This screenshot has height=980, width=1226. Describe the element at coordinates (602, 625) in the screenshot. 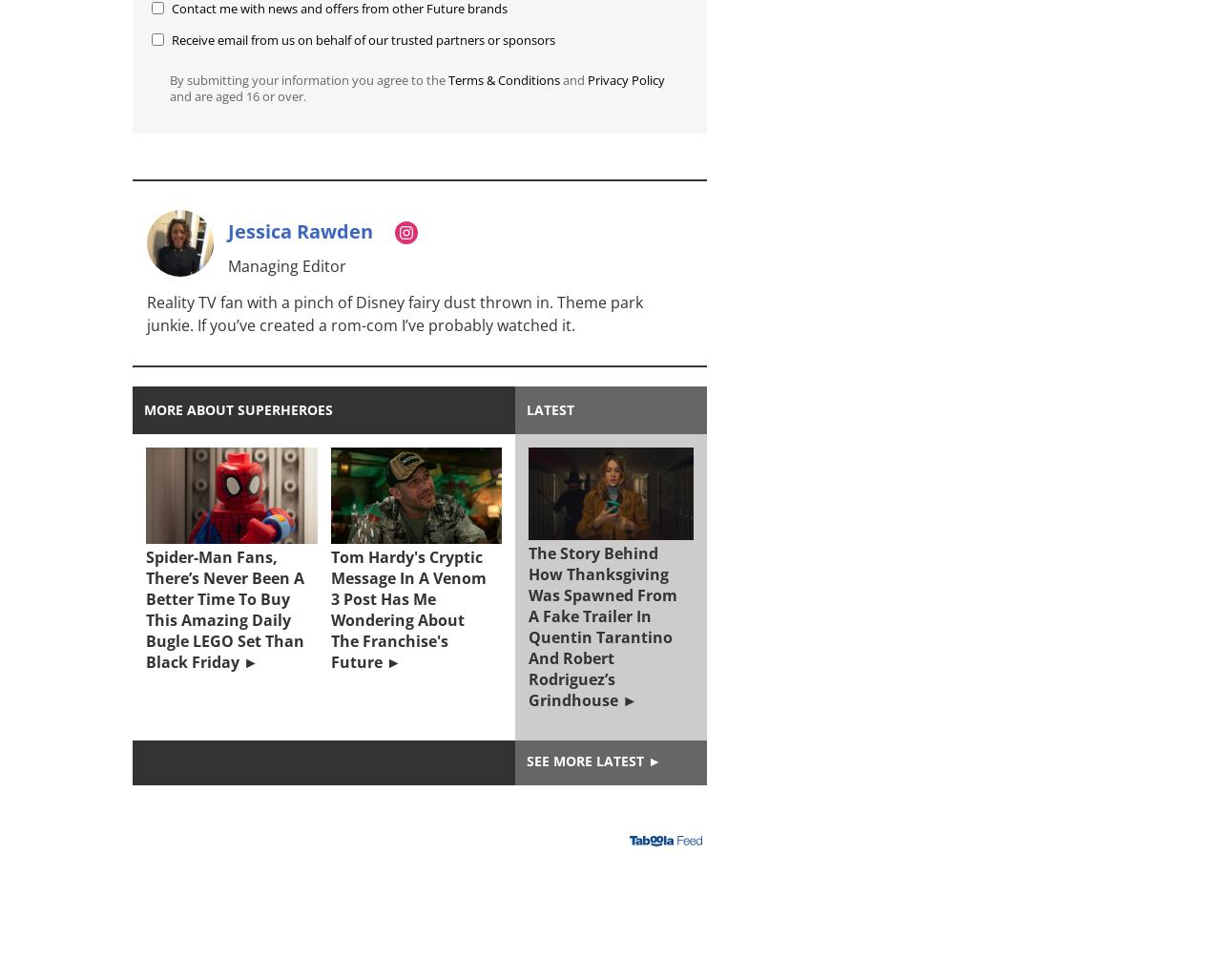

I see `'The Story Behind How Thanksgiving Was Spawned From A Fake Trailer In Quentin Tarantino And Robert Rodriguez’s Grindhouse'` at that location.